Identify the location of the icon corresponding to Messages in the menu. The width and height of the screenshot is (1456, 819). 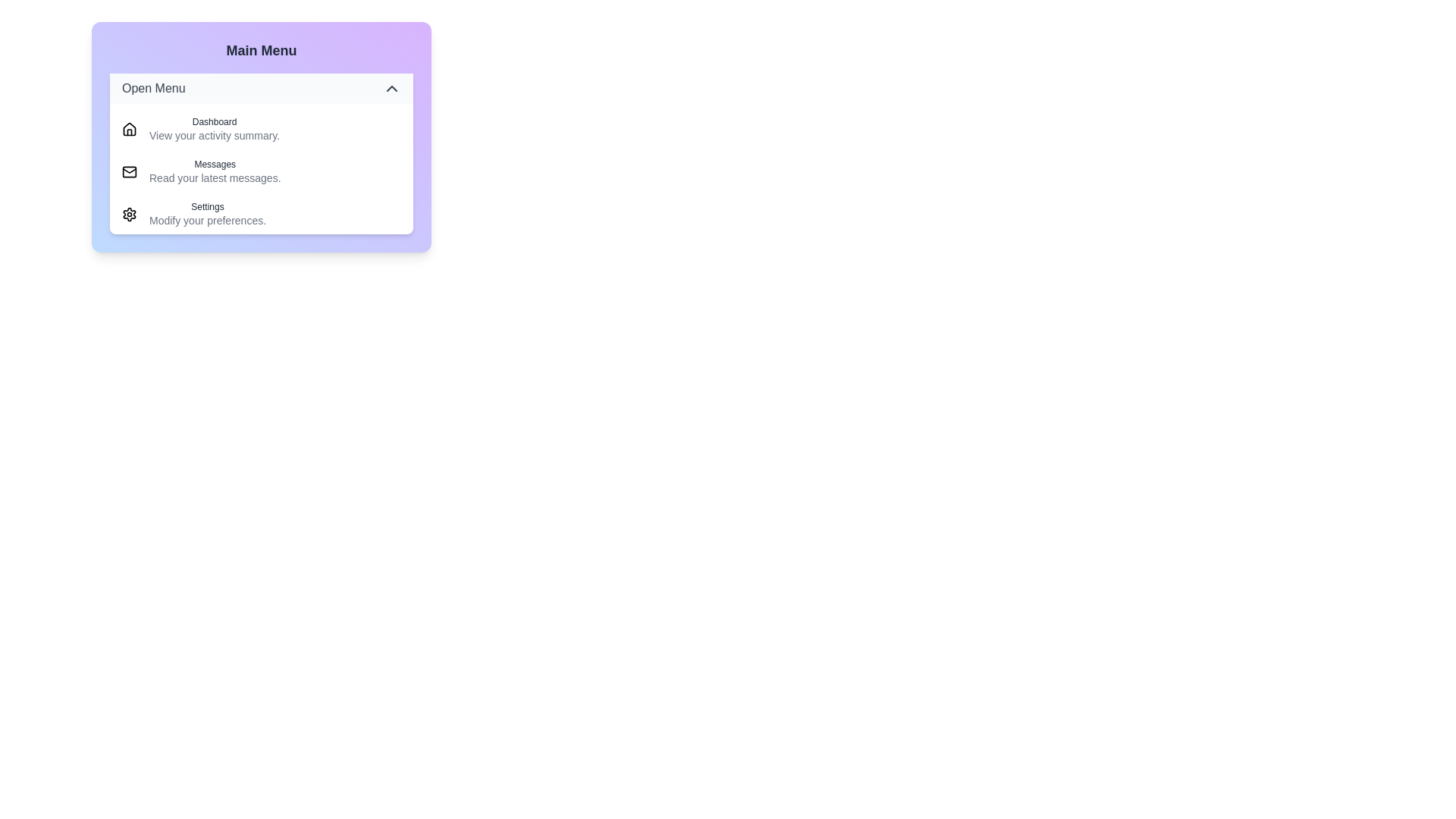
(130, 171).